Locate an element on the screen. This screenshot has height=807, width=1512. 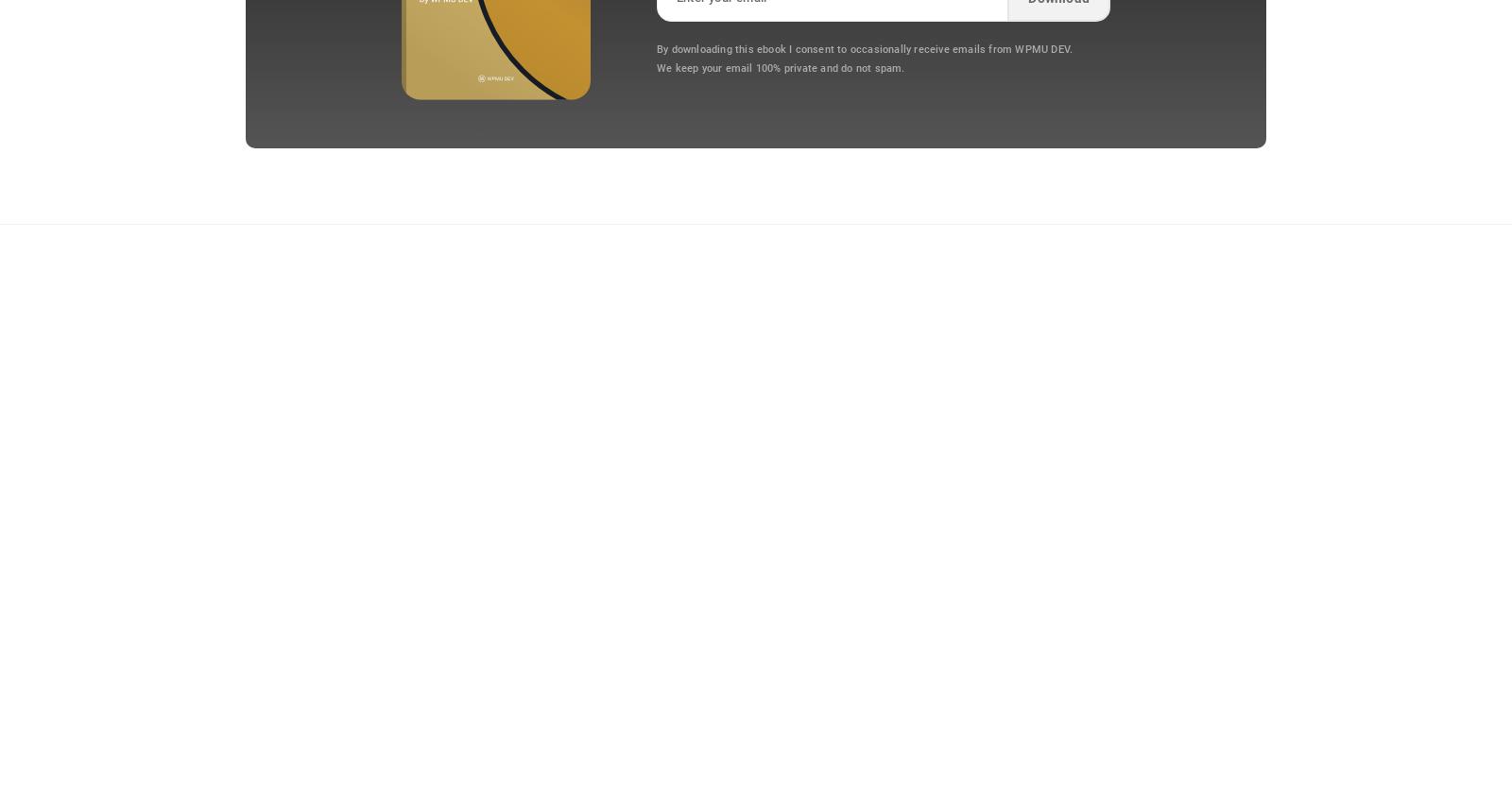
'Branda Pro' is located at coordinates (234, 507).